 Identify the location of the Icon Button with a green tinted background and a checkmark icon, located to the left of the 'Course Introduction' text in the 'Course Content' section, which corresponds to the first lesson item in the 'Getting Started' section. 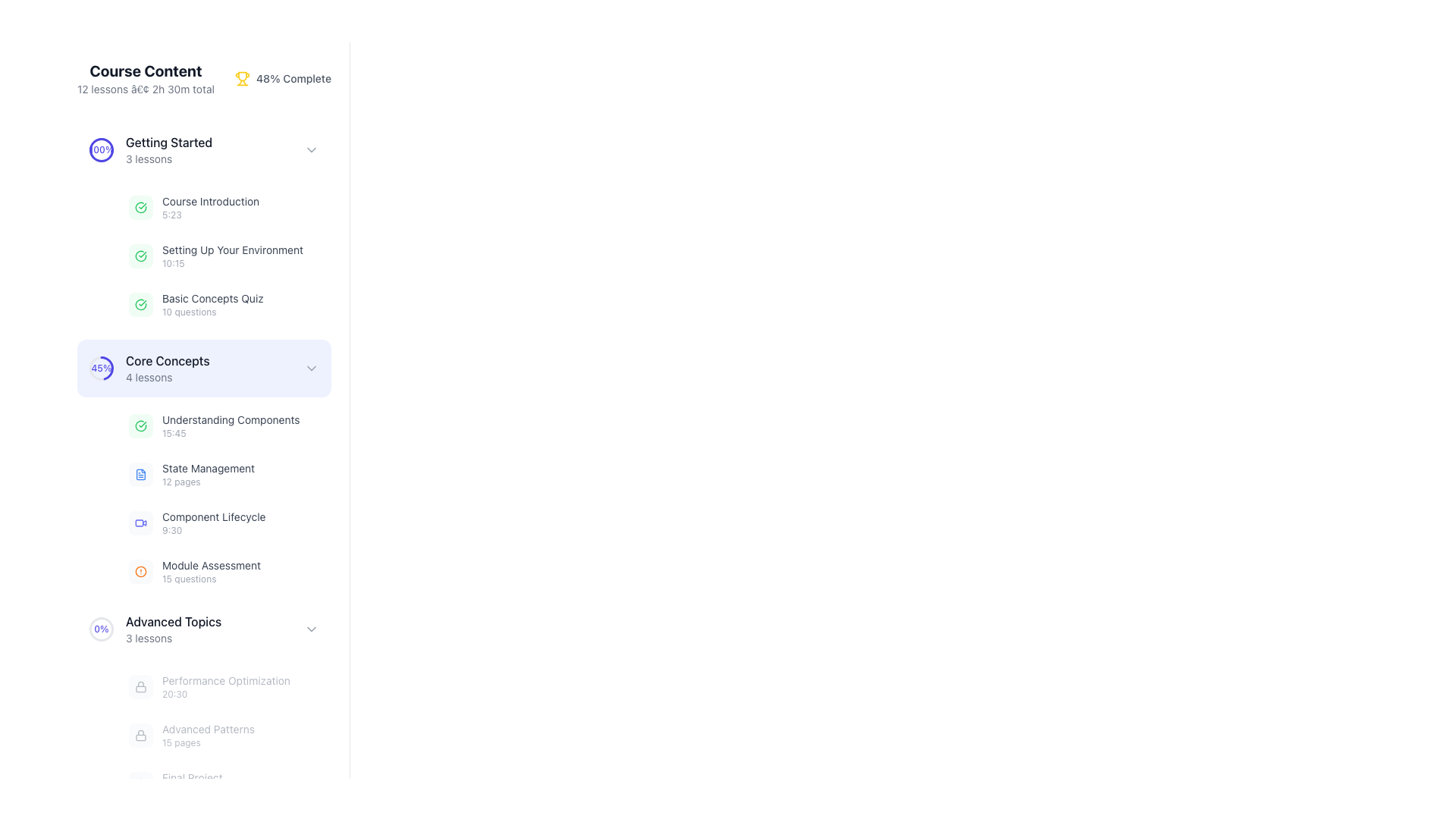
(141, 207).